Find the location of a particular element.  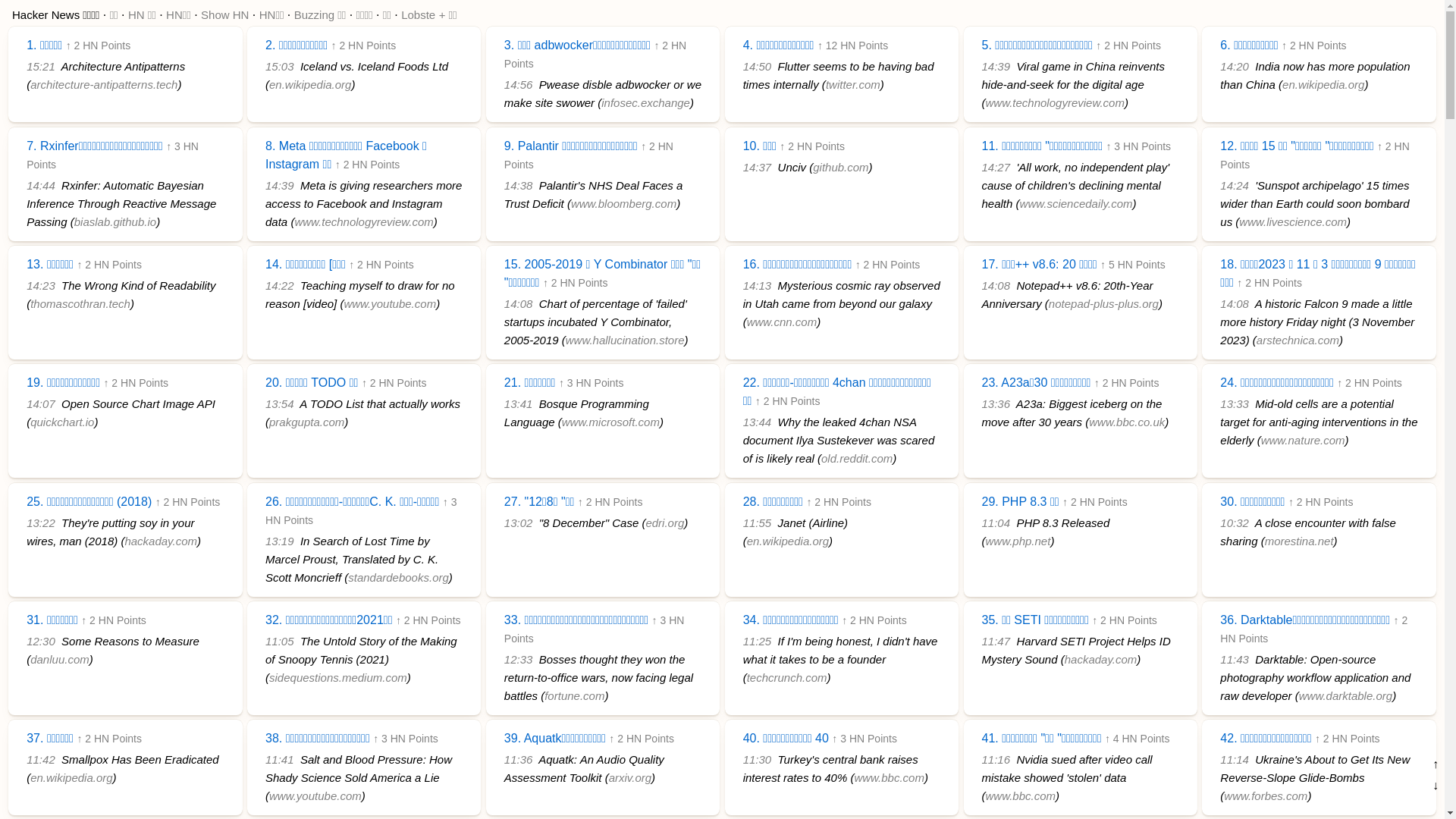

'14:20' is located at coordinates (1234, 65).